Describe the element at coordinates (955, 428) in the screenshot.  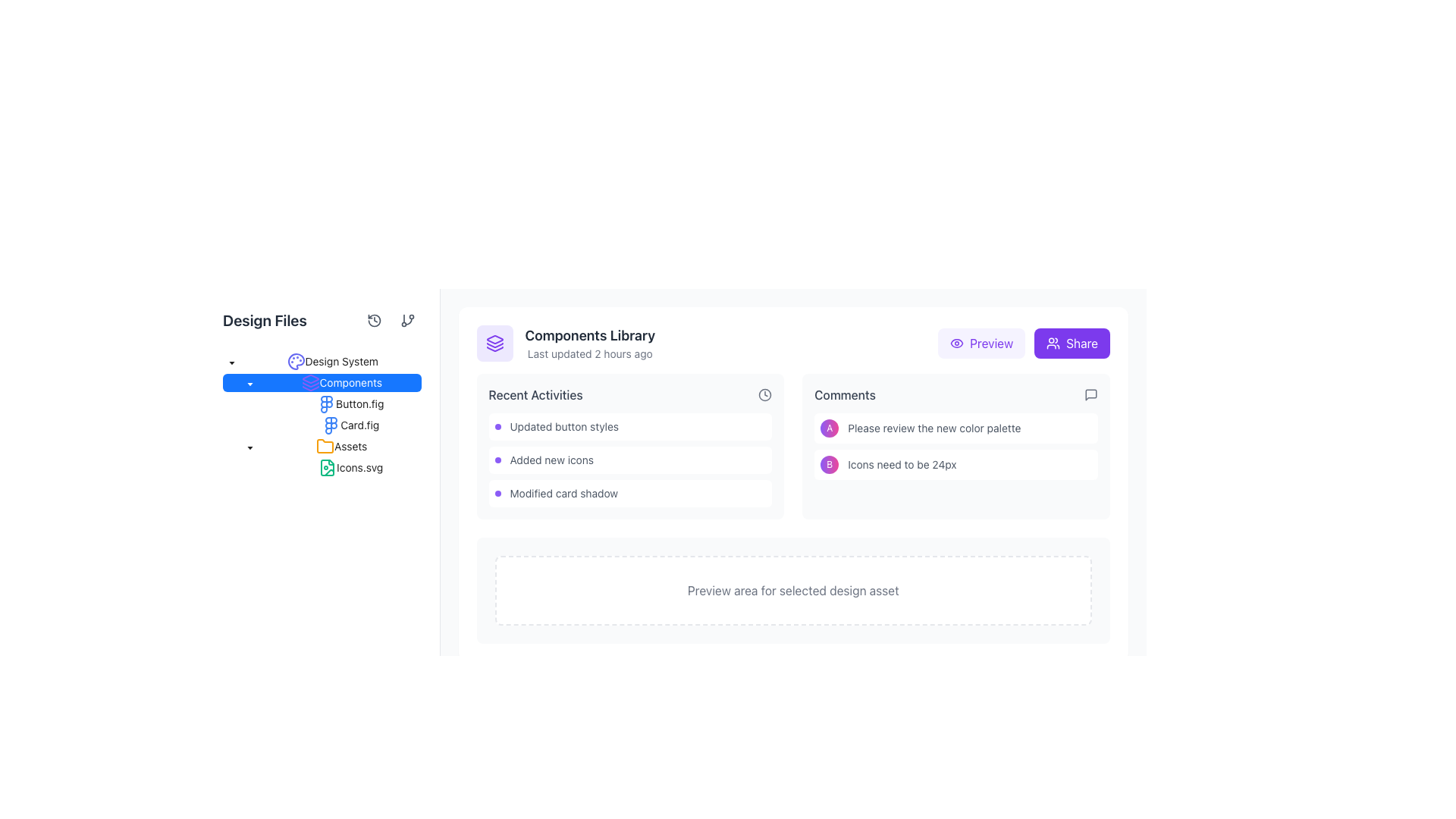
I see `the first row of the 'Comments' section, which is designated for comment entry and is positioned above a row containing 'B' and the text 'Icons need to be 24px'` at that location.